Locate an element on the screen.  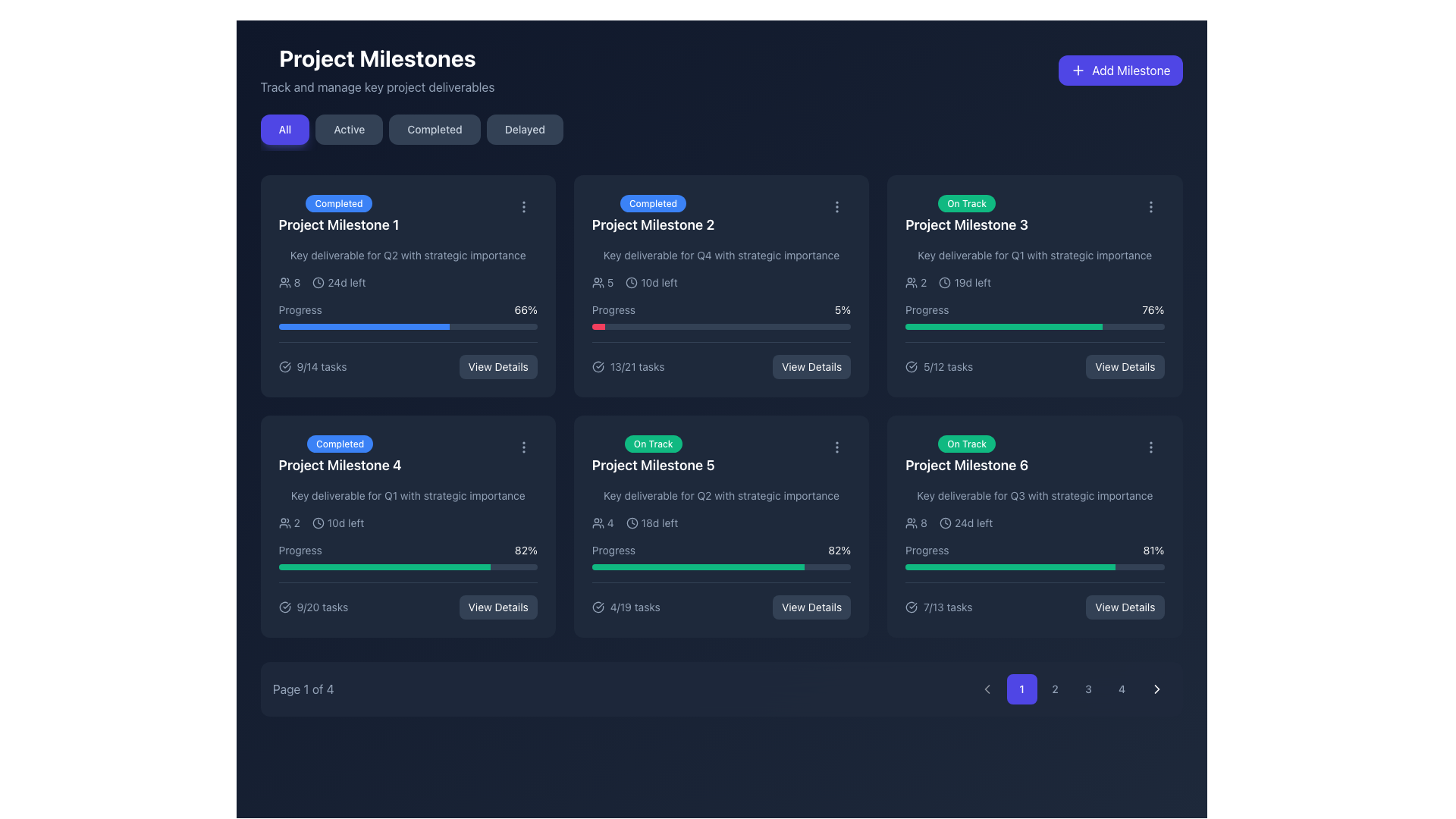
the header section containing the text 'Project Milestones' and its subtitle 'Track and manage key project deliverables', which is located at the top-left section of the interface is located at coordinates (377, 70).